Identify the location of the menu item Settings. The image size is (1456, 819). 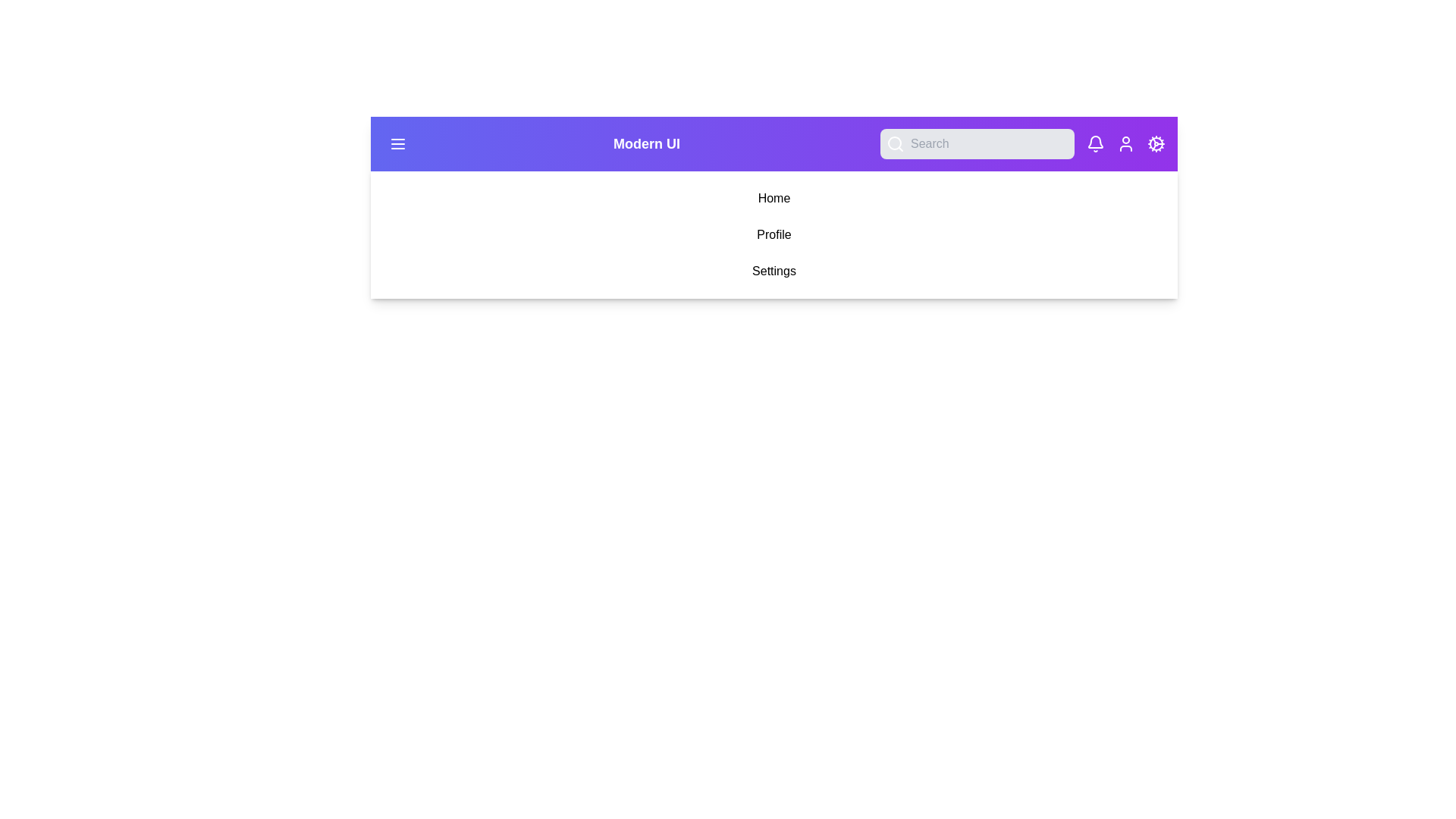
(774, 271).